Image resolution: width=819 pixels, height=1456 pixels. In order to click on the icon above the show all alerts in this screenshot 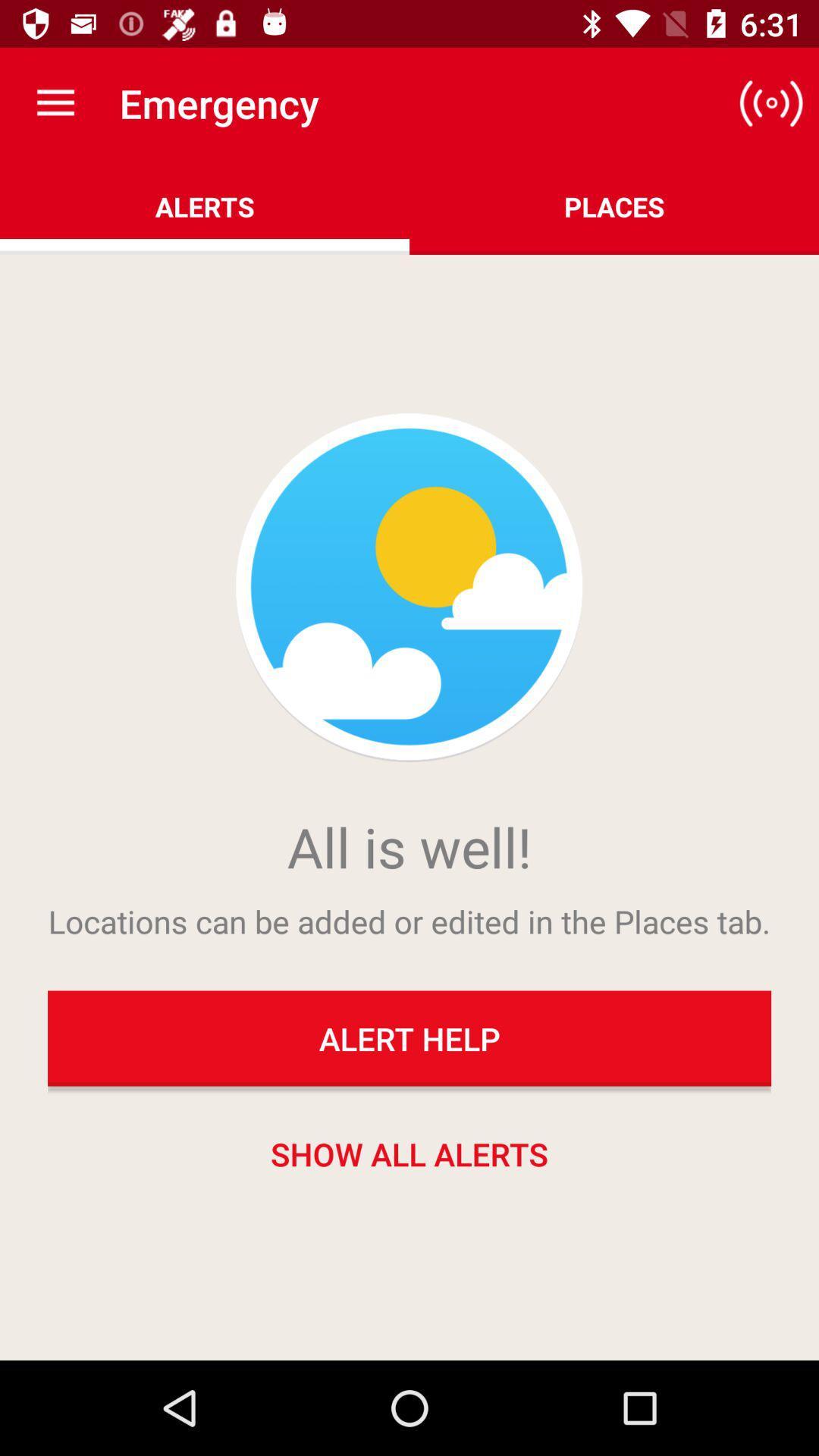, I will do `click(409, 1037)`.